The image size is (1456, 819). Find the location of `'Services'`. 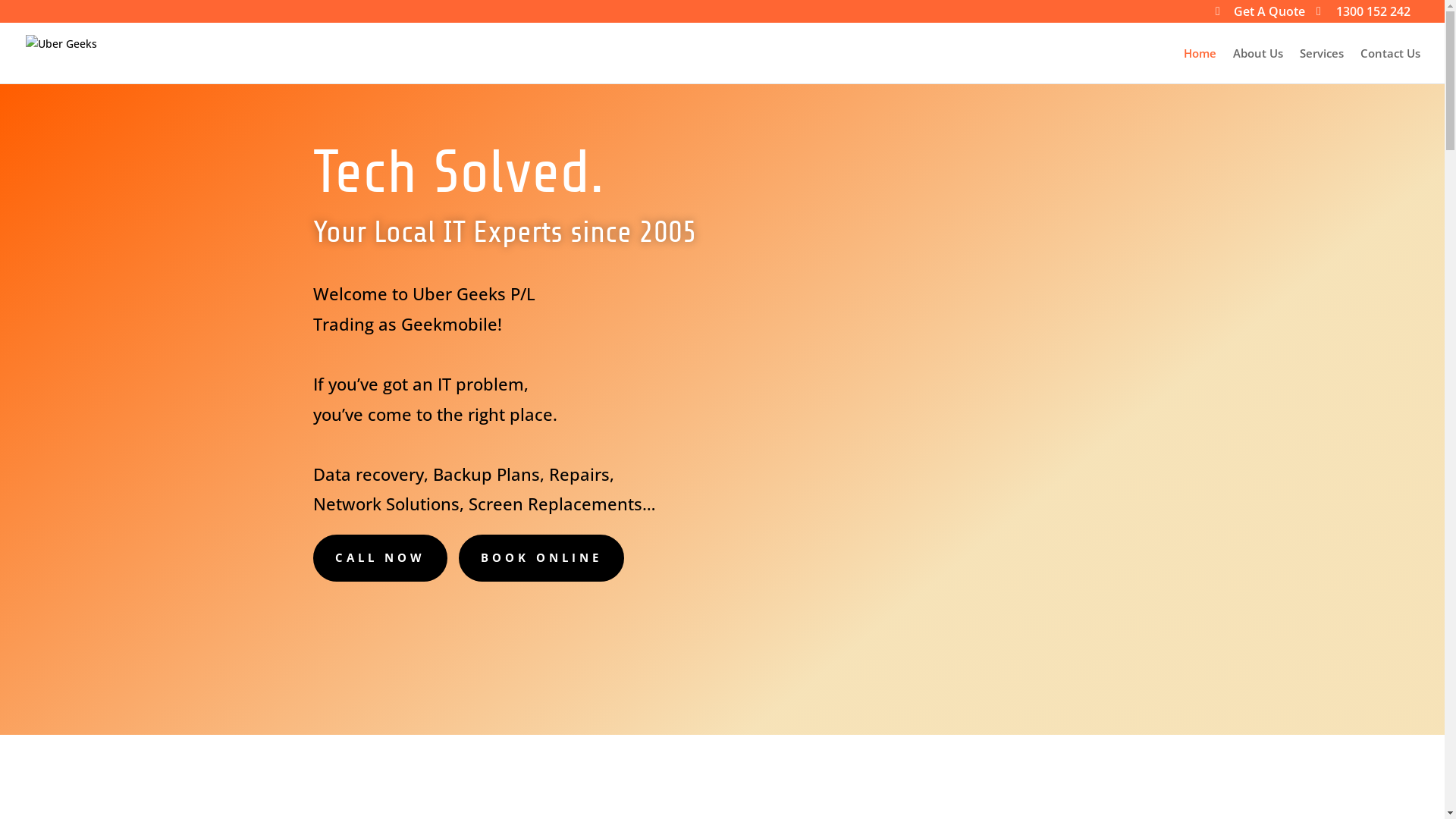

'Services' is located at coordinates (1320, 64).